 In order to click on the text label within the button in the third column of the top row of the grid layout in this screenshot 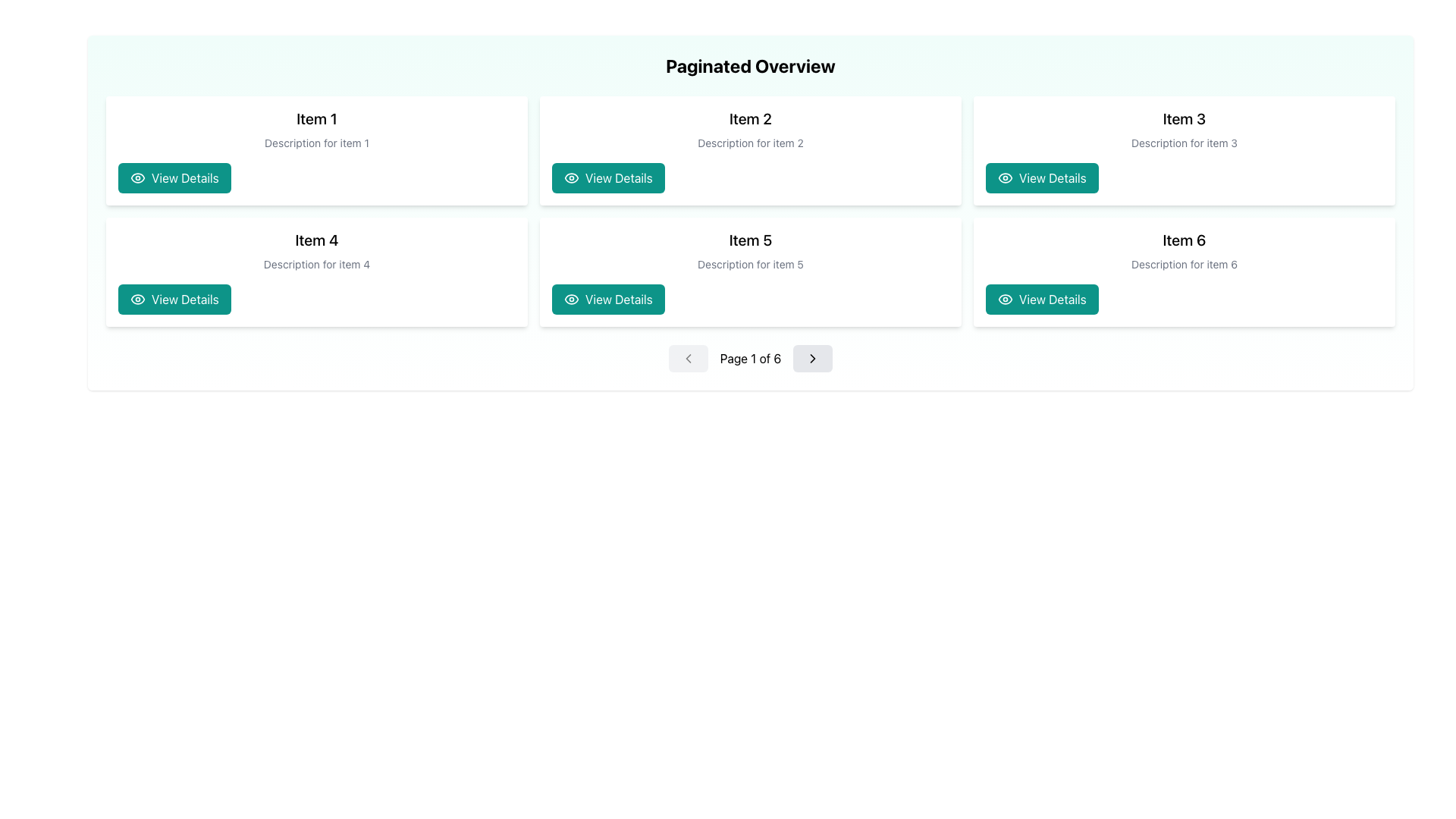, I will do `click(1052, 177)`.